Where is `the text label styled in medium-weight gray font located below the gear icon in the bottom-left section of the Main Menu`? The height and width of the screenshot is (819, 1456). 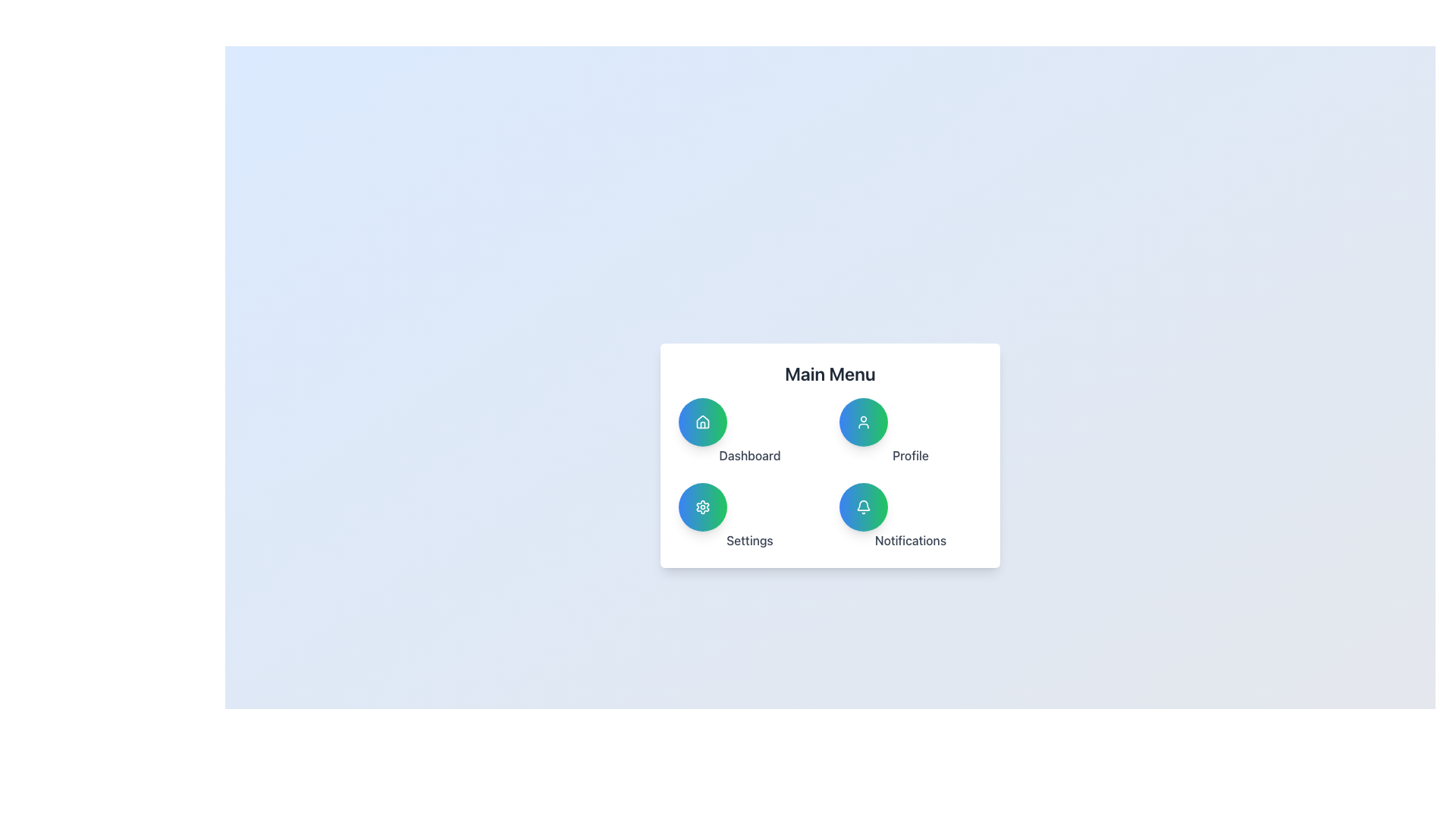 the text label styled in medium-weight gray font located below the gear icon in the bottom-left section of the Main Menu is located at coordinates (749, 540).